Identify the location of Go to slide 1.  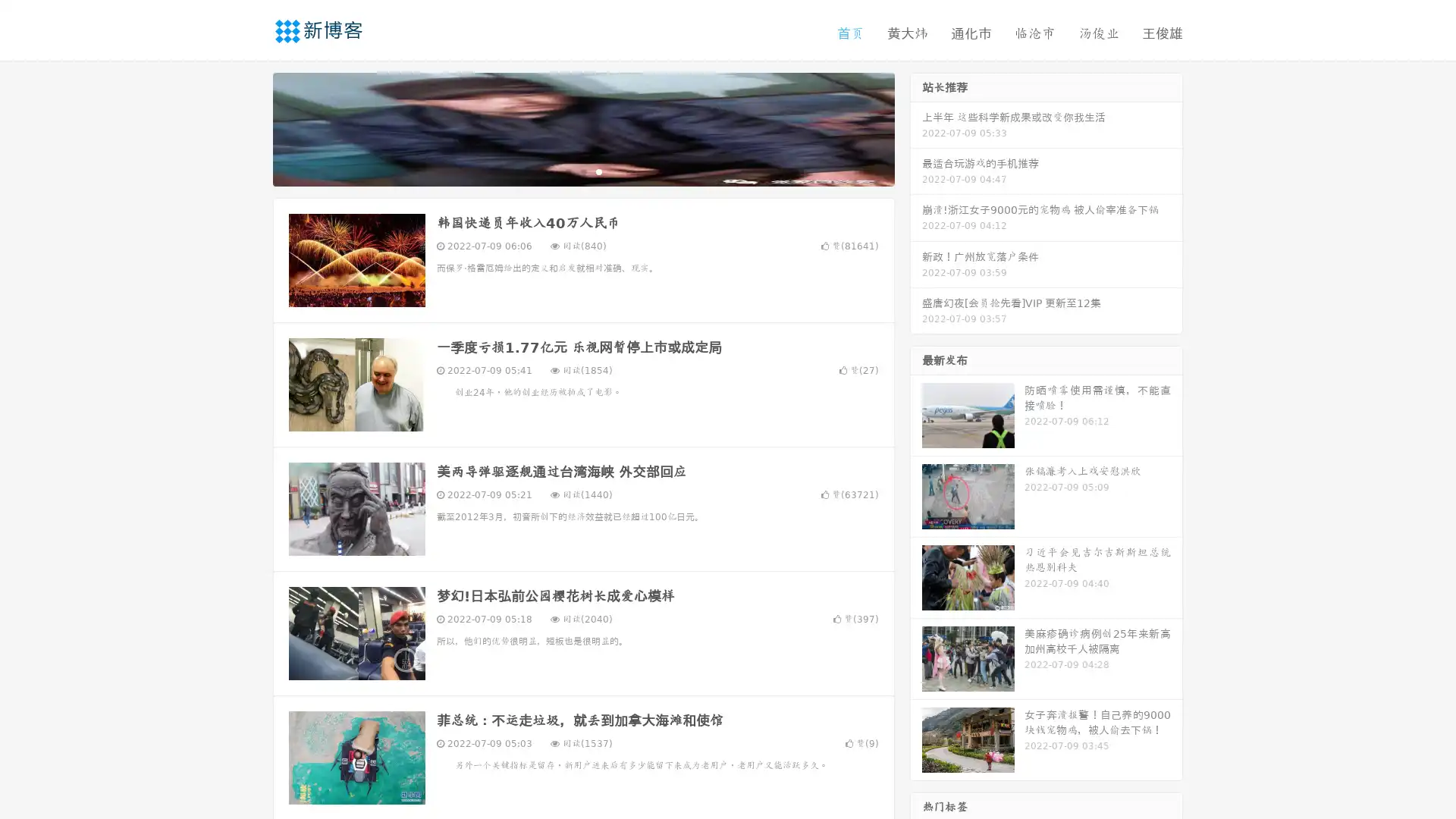
(567, 171).